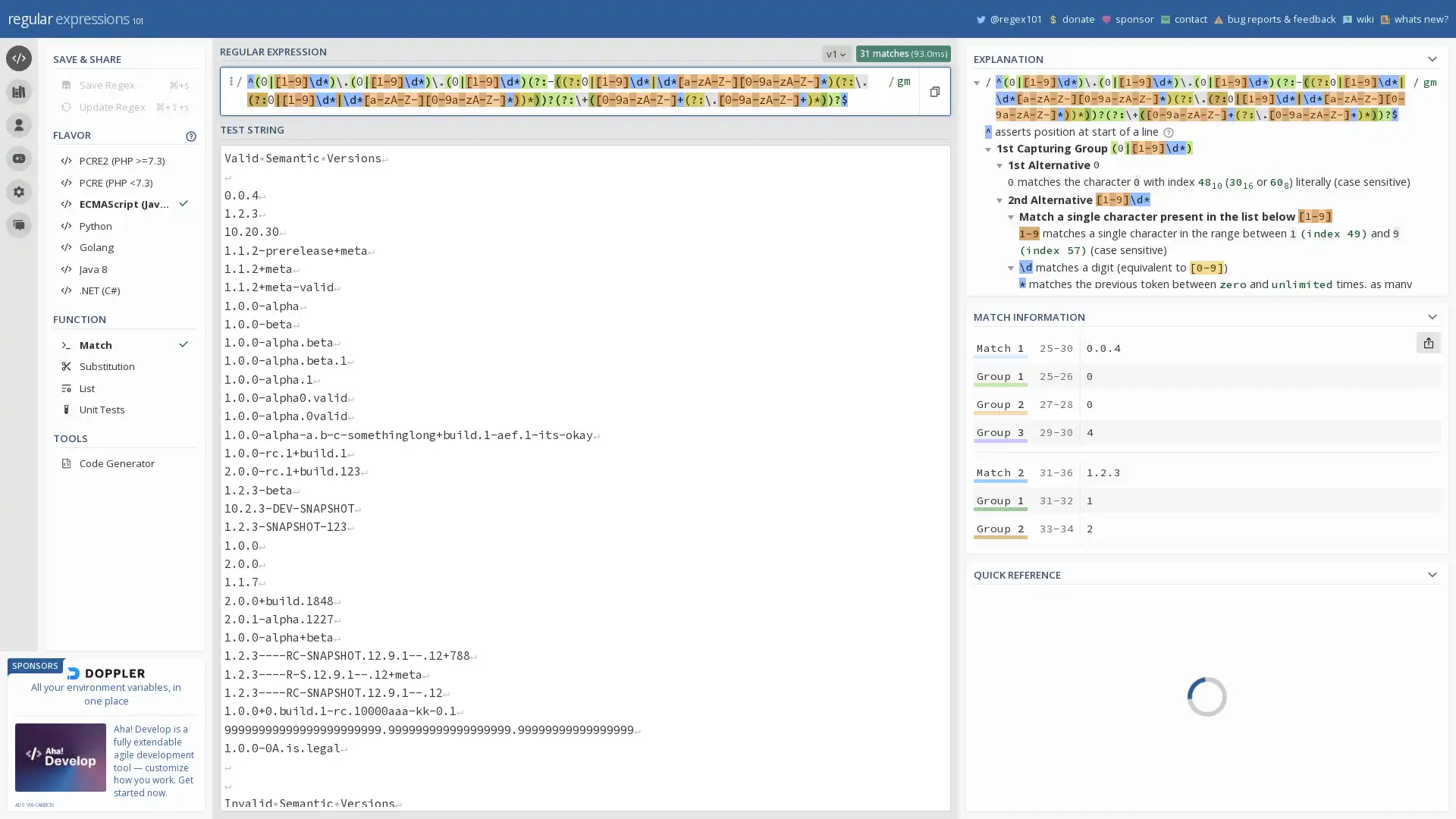 This screenshot has width=1456, height=819. What do you see at coordinates (1044, 736) in the screenshot?
I see `Quantifiers` at bounding box center [1044, 736].